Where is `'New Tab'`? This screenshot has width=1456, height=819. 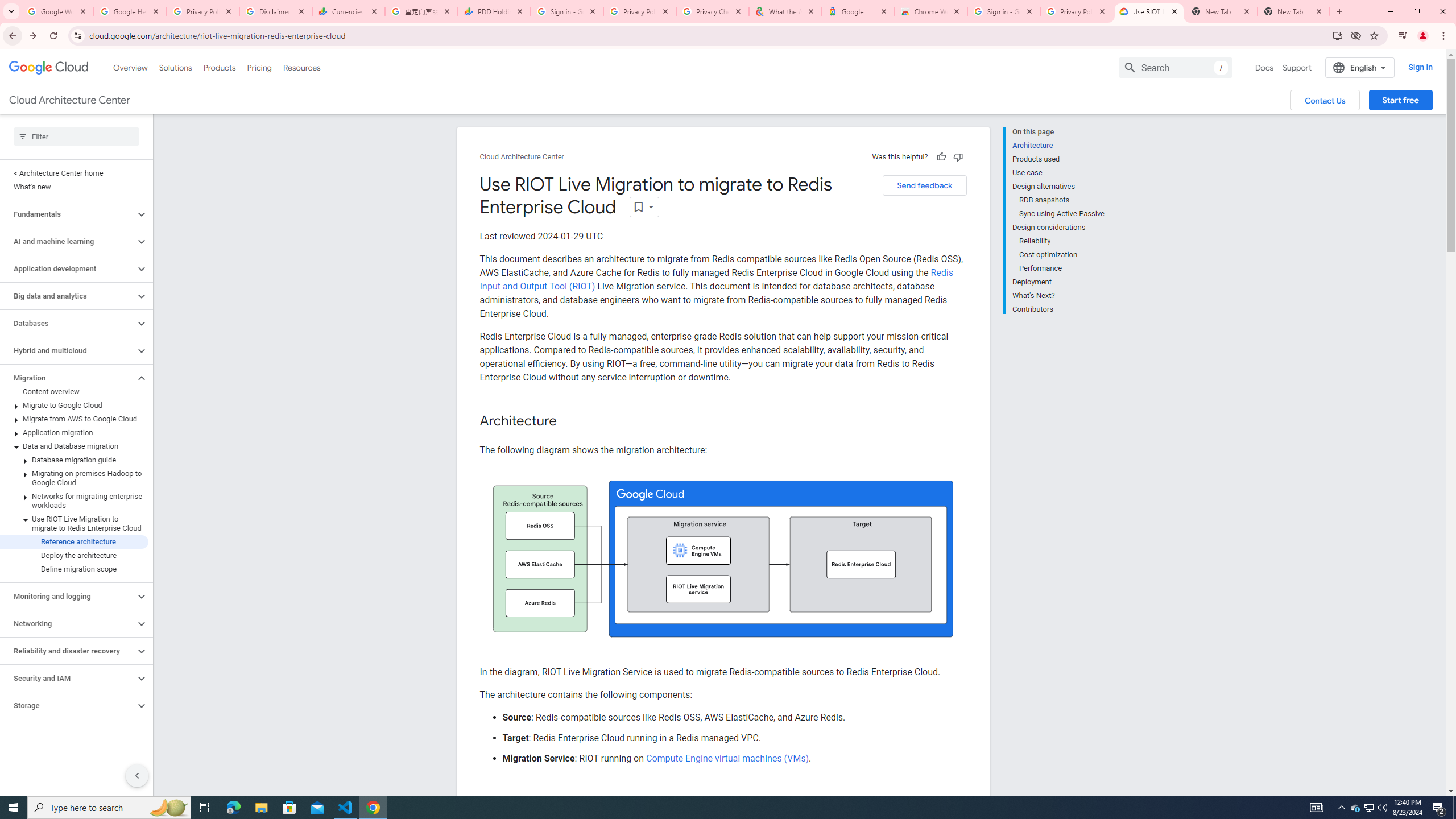
'New Tab' is located at coordinates (1293, 11).